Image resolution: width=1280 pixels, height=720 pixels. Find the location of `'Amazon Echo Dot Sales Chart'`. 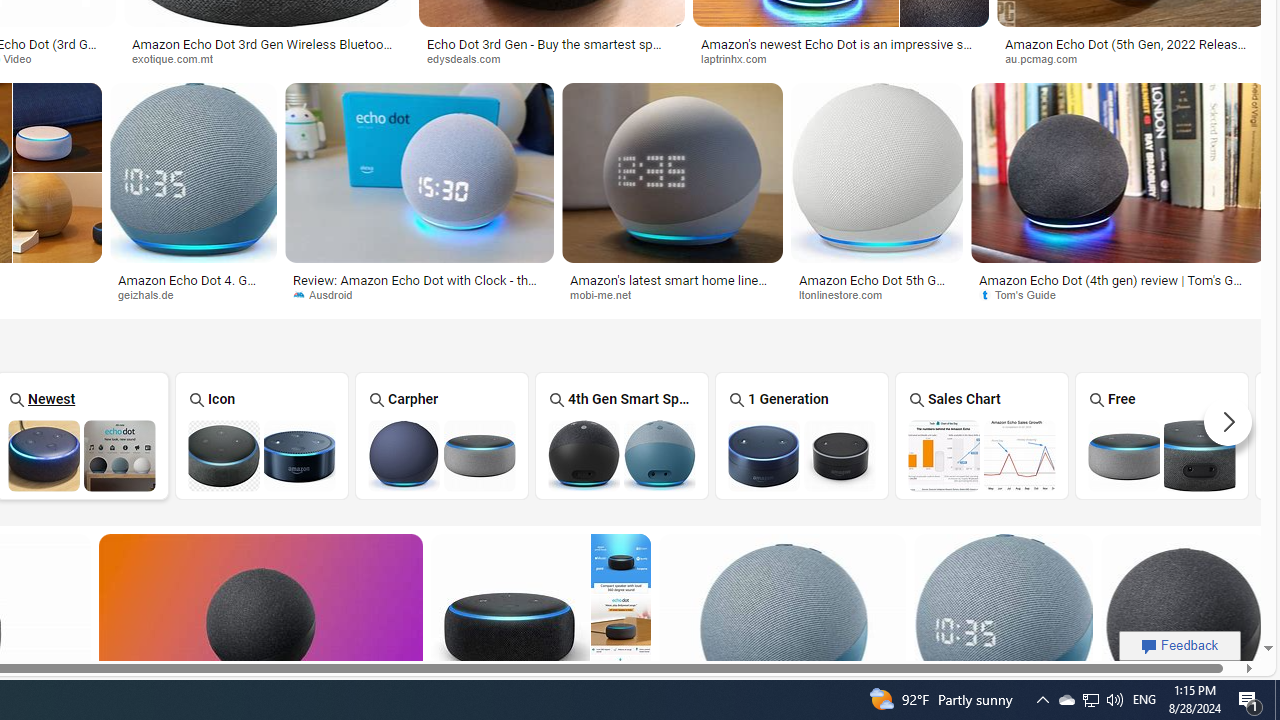

'Amazon Echo Dot Sales Chart' is located at coordinates (981, 455).